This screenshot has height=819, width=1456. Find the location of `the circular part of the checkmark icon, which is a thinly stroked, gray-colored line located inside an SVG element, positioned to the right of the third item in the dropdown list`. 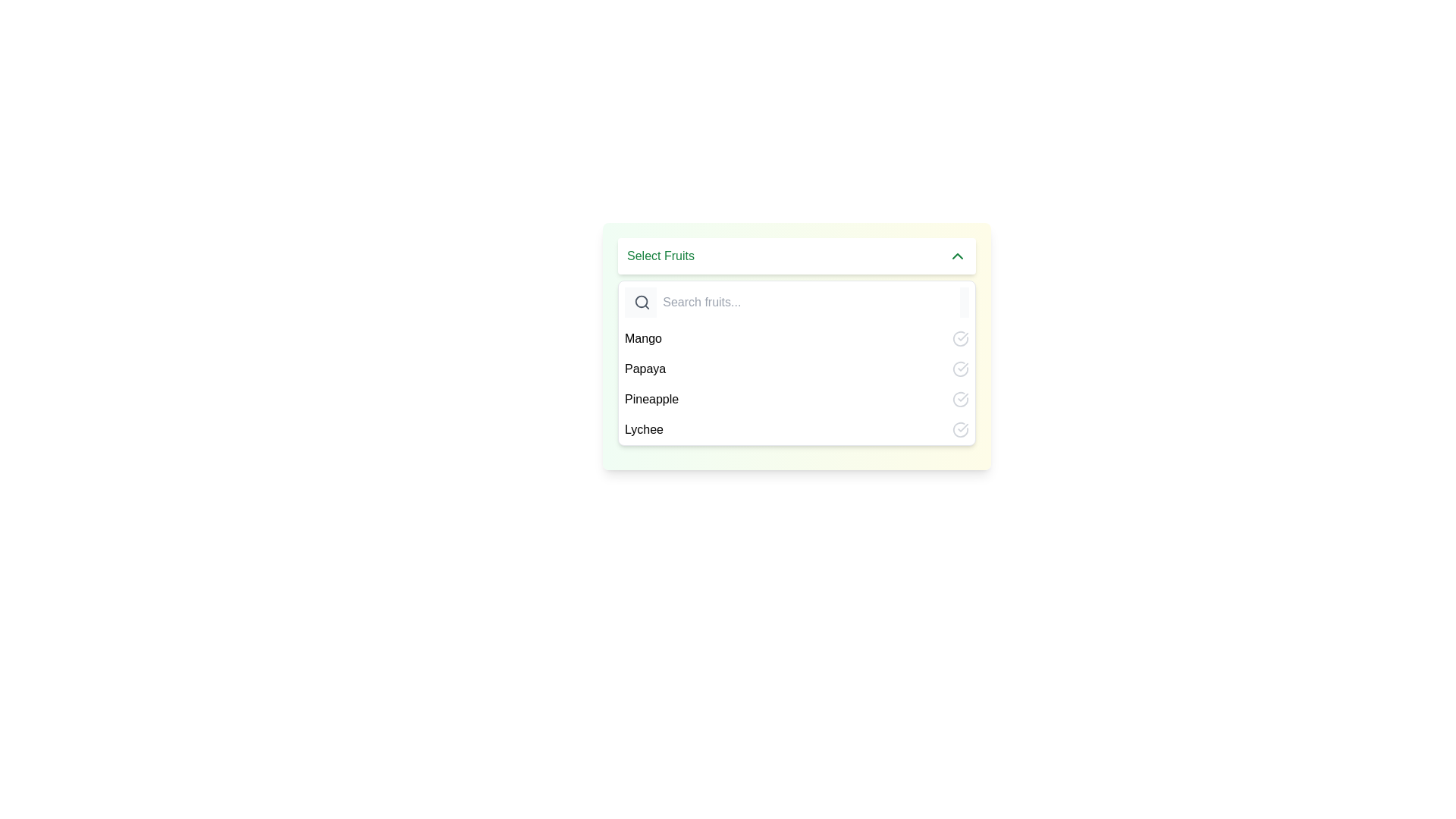

the circular part of the checkmark icon, which is a thinly stroked, gray-colored line located inside an SVG element, positioned to the right of the third item in the dropdown list is located at coordinates (960, 338).